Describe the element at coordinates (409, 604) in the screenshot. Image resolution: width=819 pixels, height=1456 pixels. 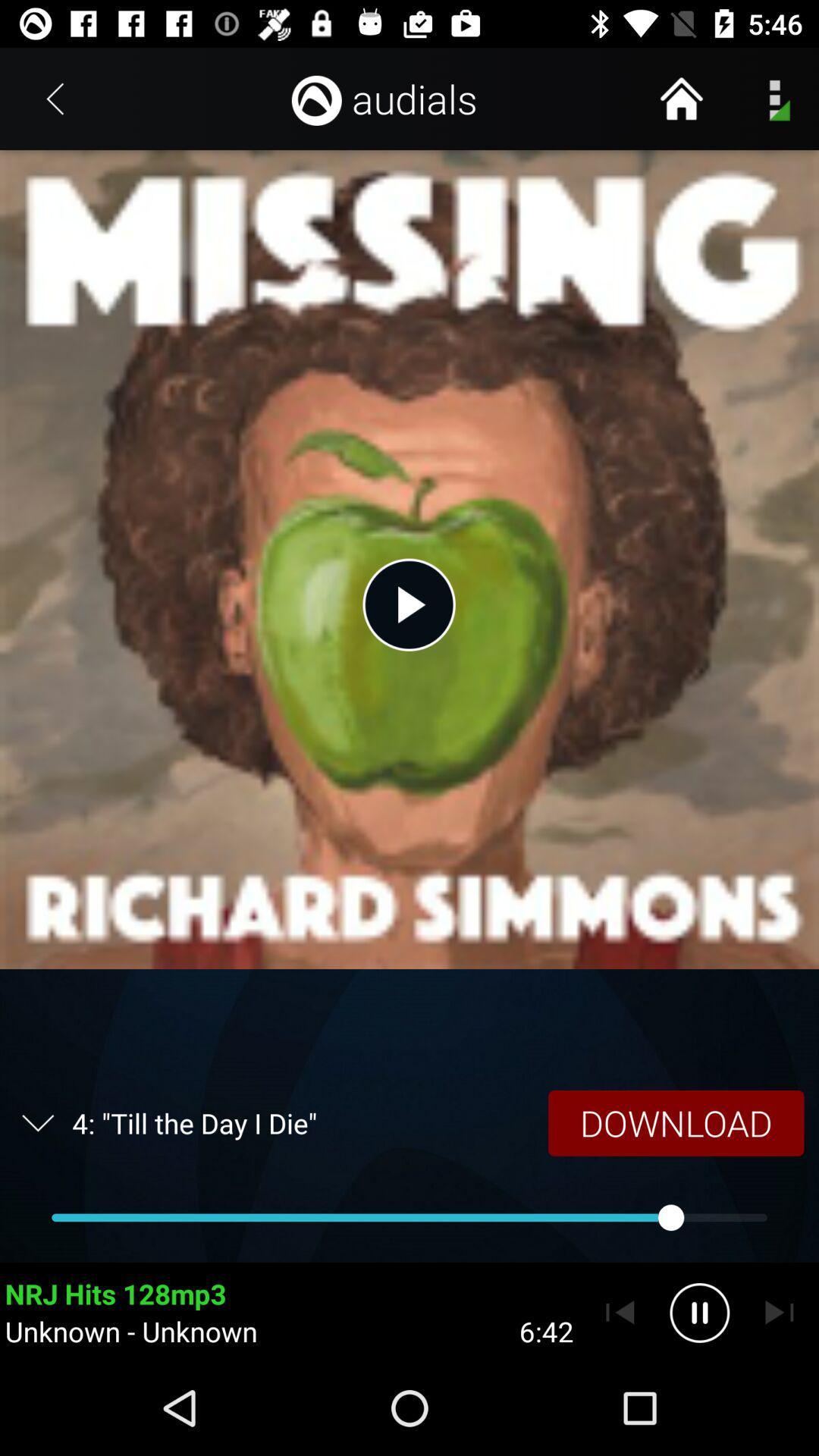
I see `the play icon` at that location.